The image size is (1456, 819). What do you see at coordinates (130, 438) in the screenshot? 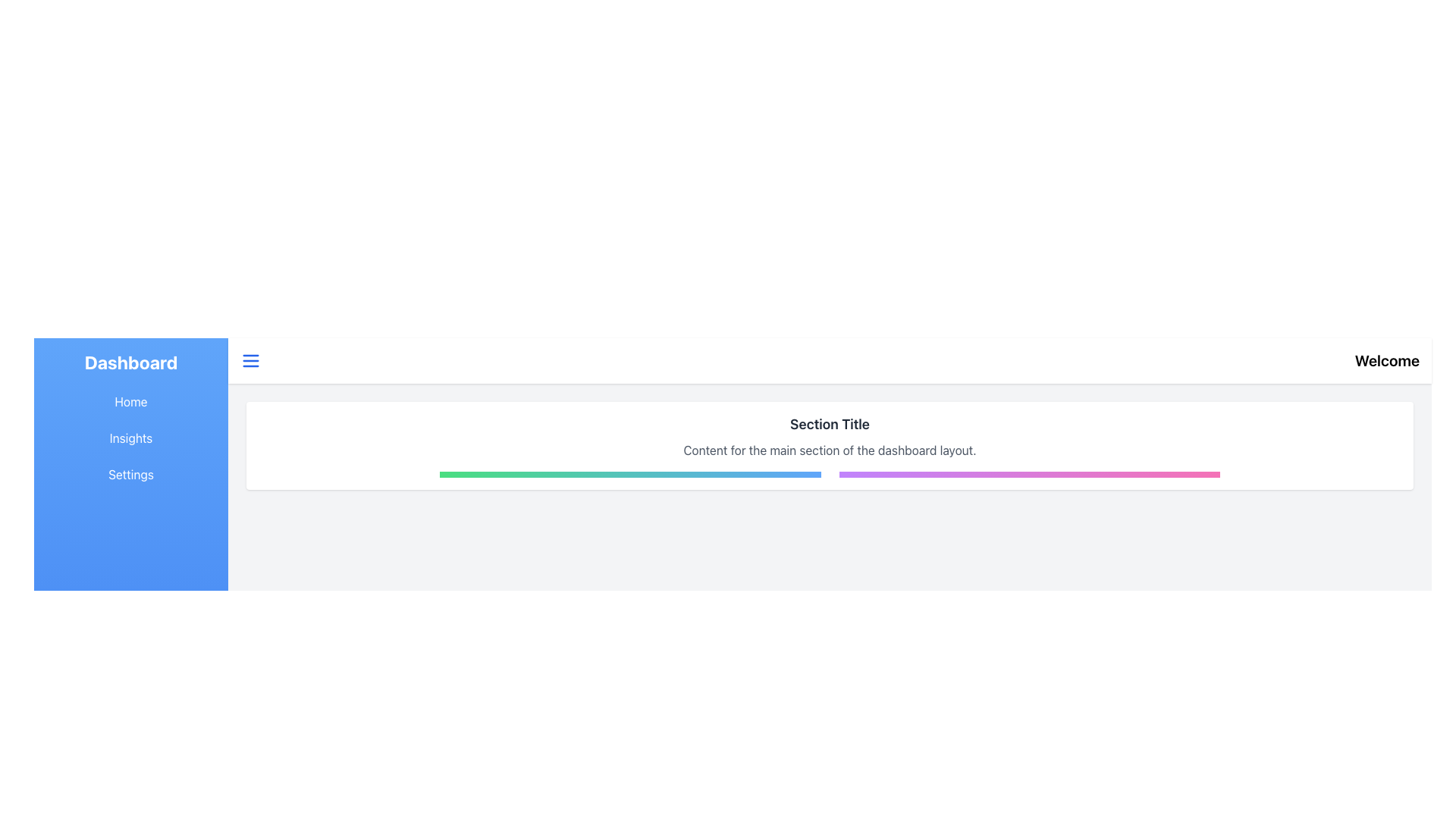
I see `the 'Insights' button in the left sidebar navigation list` at bounding box center [130, 438].